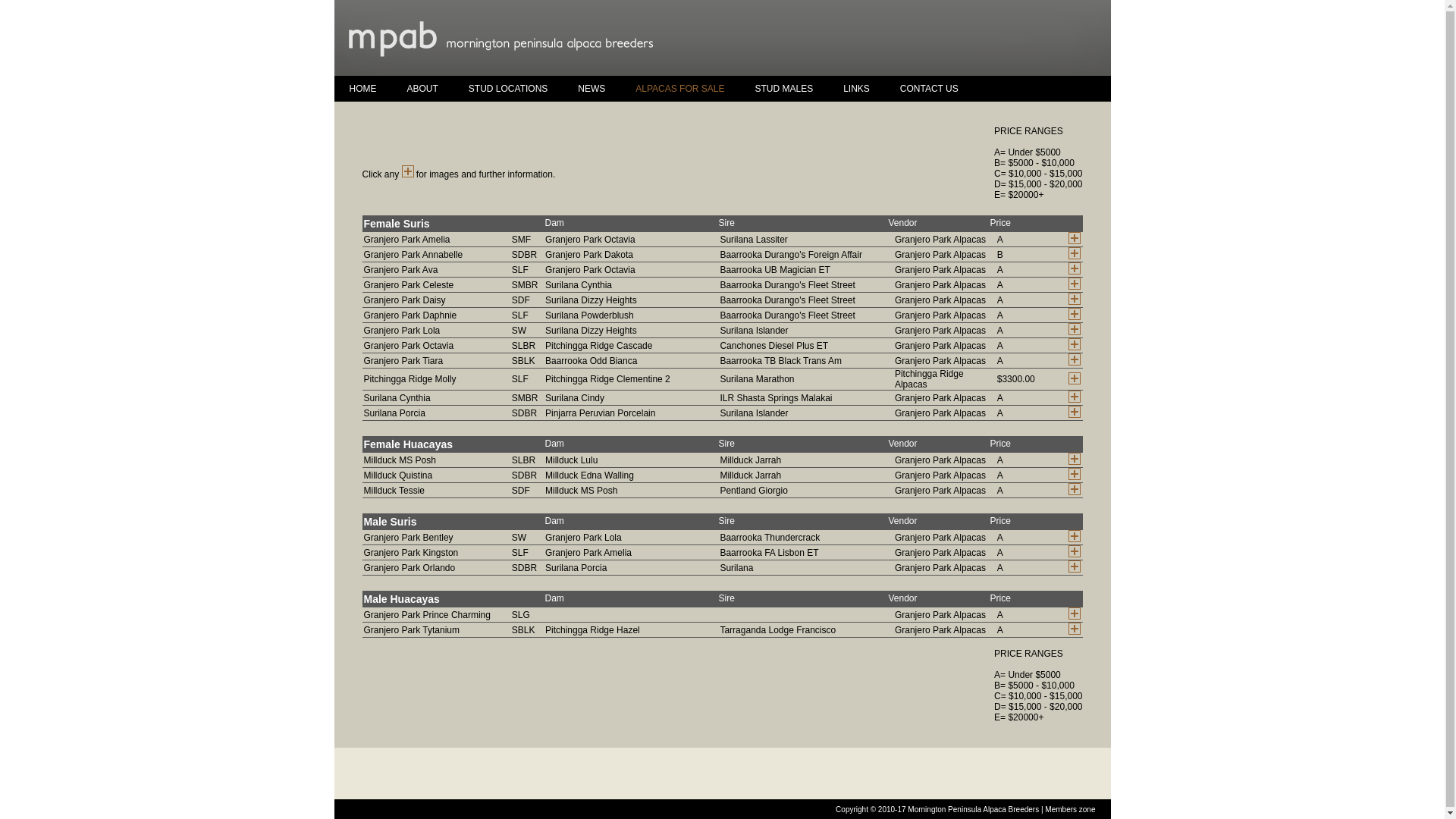 The width and height of the screenshot is (1456, 819). Describe the element at coordinates (679, 88) in the screenshot. I see `'ALPACAS FOR SALE'` at that location.